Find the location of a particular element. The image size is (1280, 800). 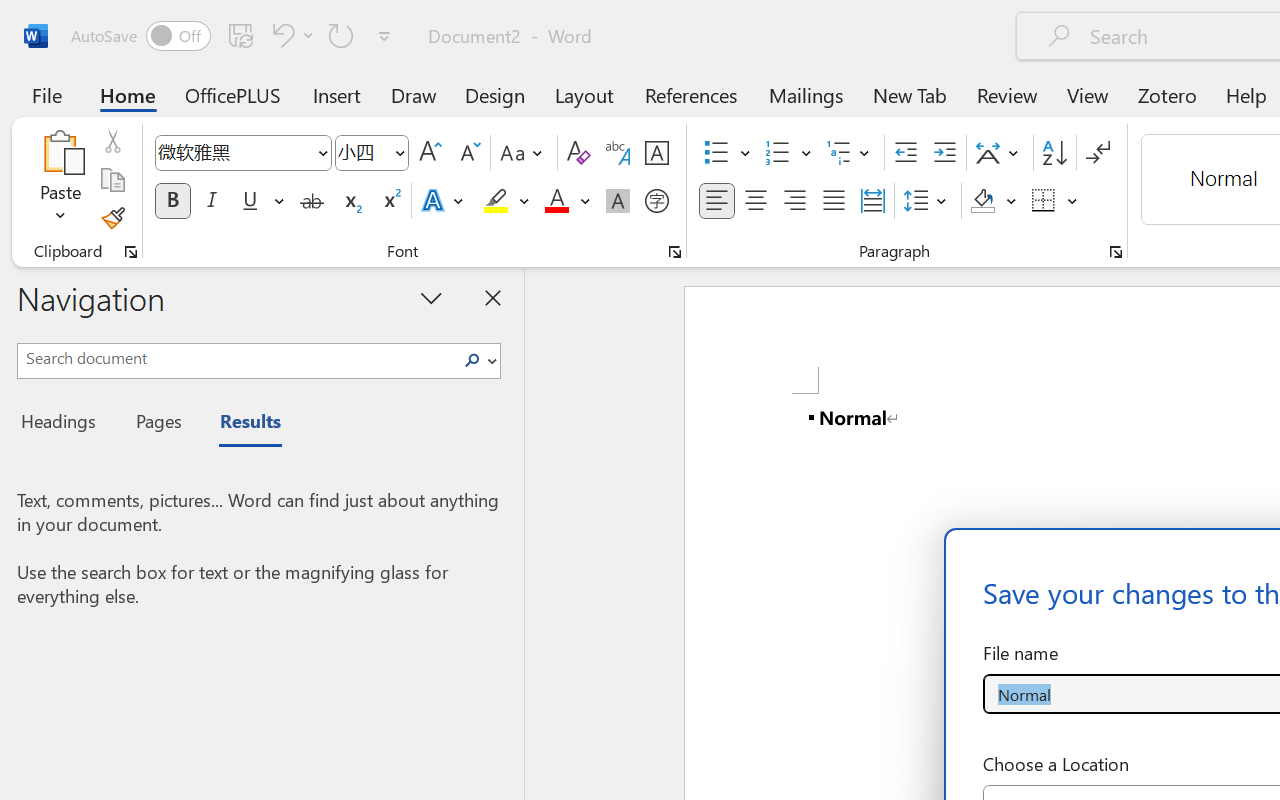

'Review' is located at coordinates (1007, 94).